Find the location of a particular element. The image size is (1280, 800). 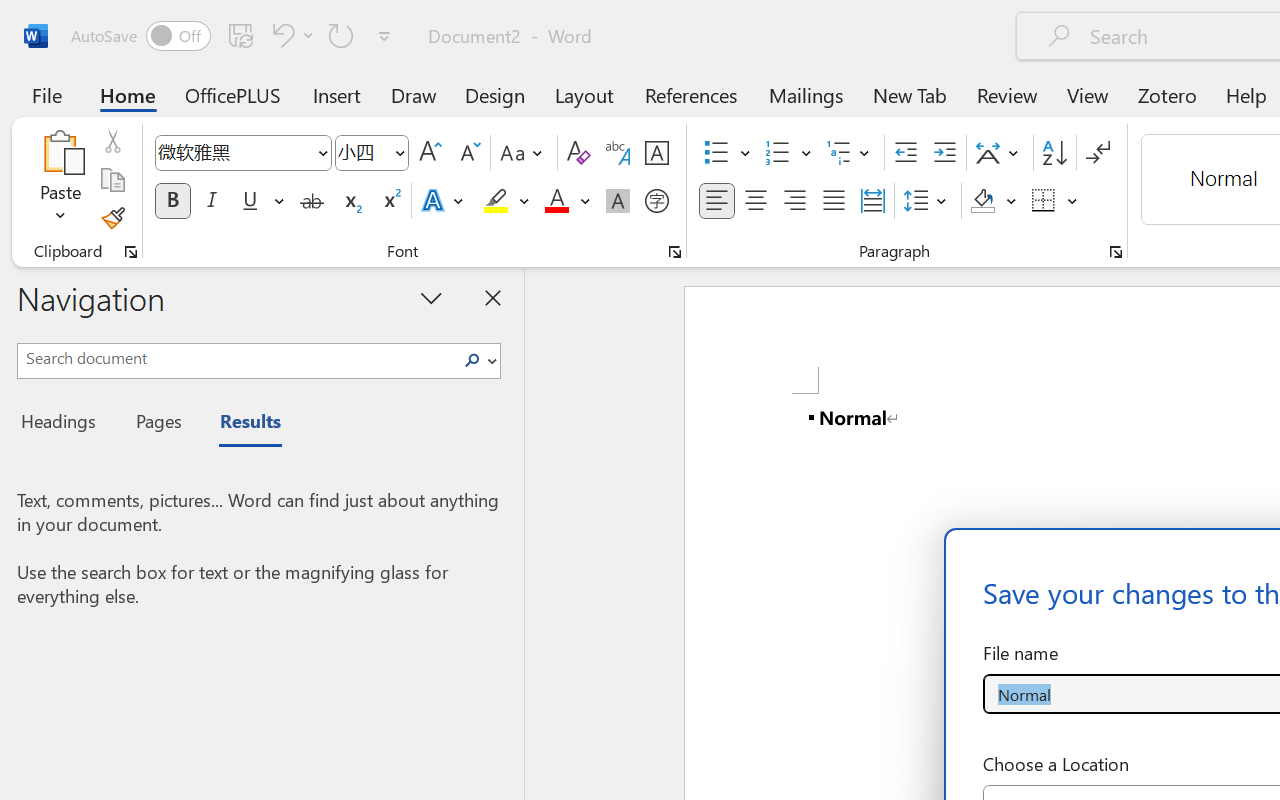

'Review' is located at coordinates (1007, 94).